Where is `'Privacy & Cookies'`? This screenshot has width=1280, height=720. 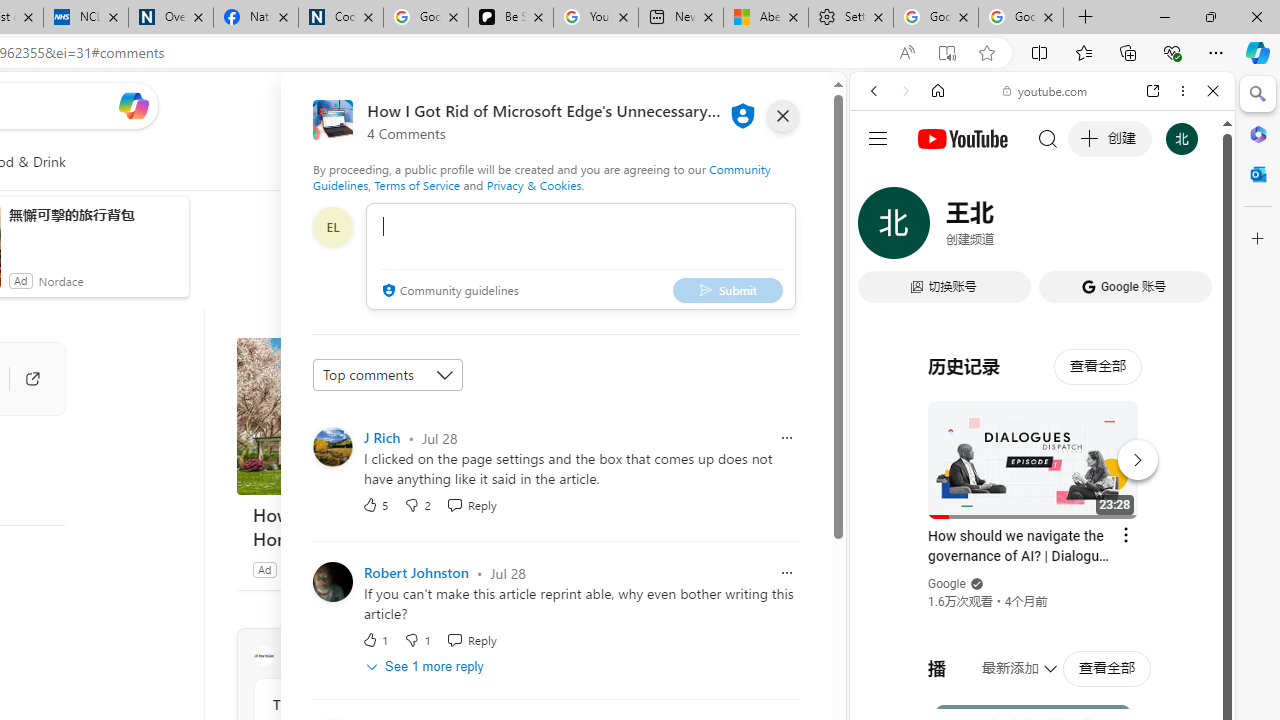
'Privacy & Cookies' is located at coordinates (534, 185).